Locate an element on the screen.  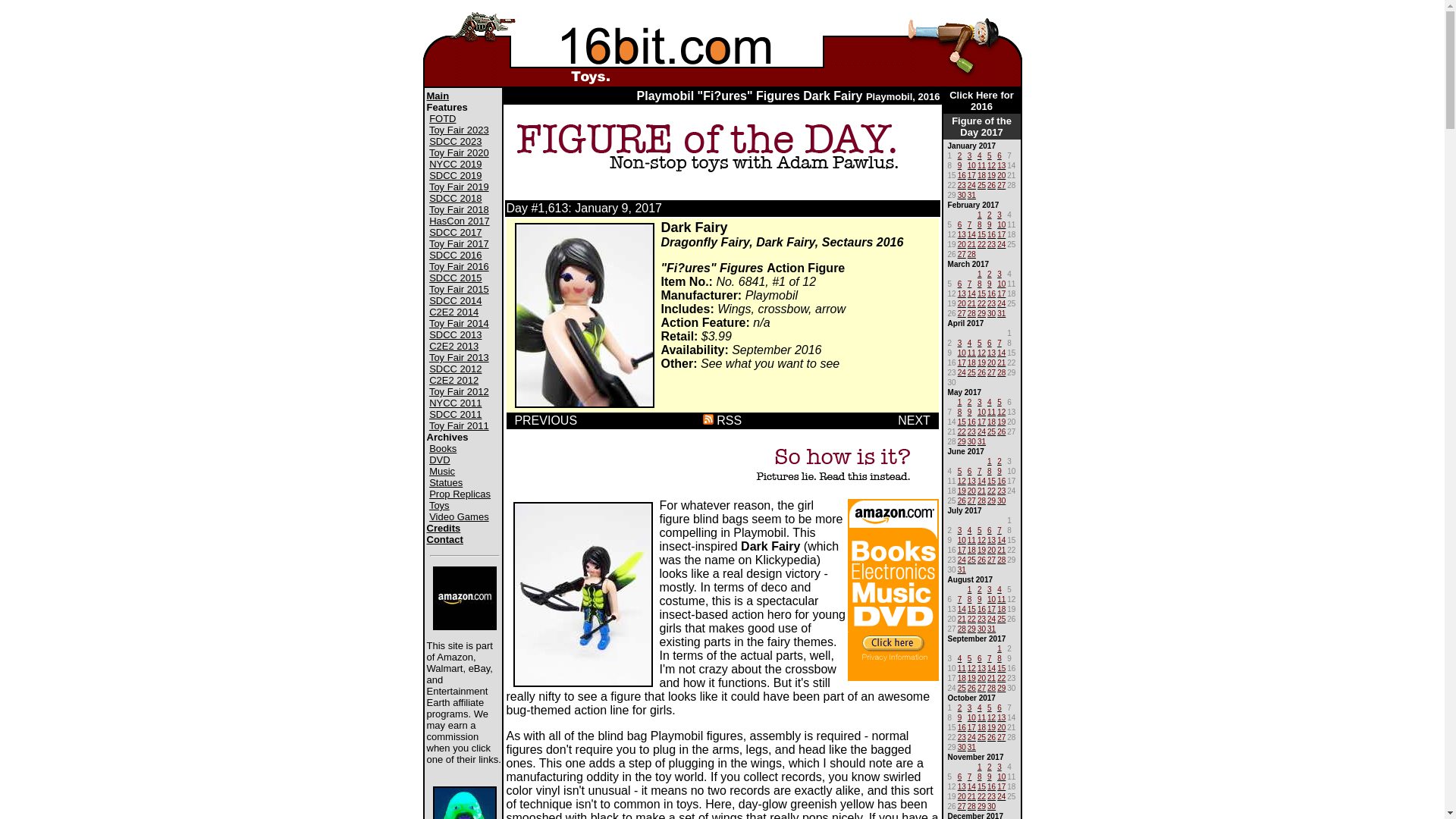
'Books' is located at coordinates (442, 447).